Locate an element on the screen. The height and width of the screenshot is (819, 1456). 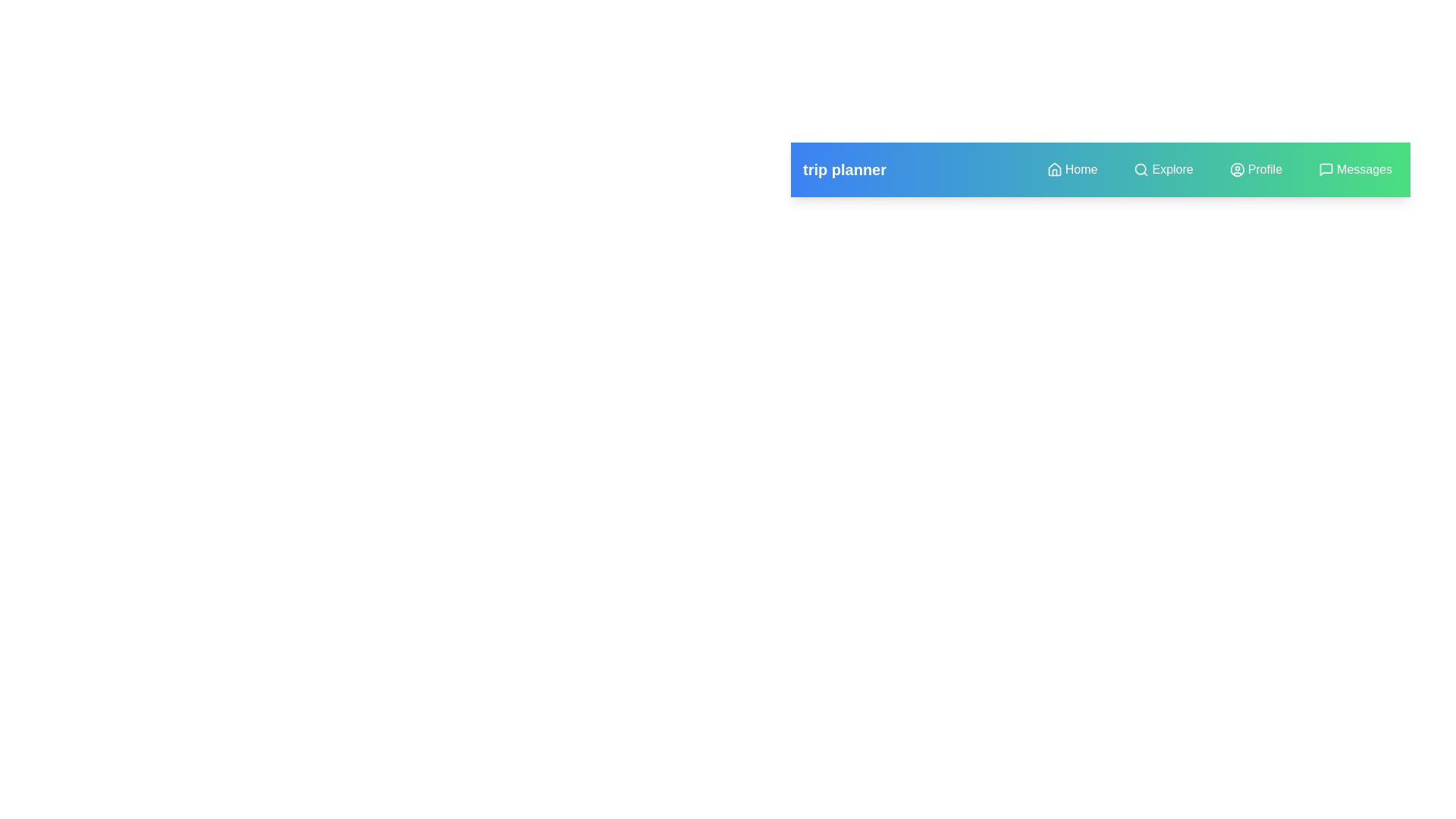
the menu item Profile to observe visual feedback is located at coordinates (1256, 169).